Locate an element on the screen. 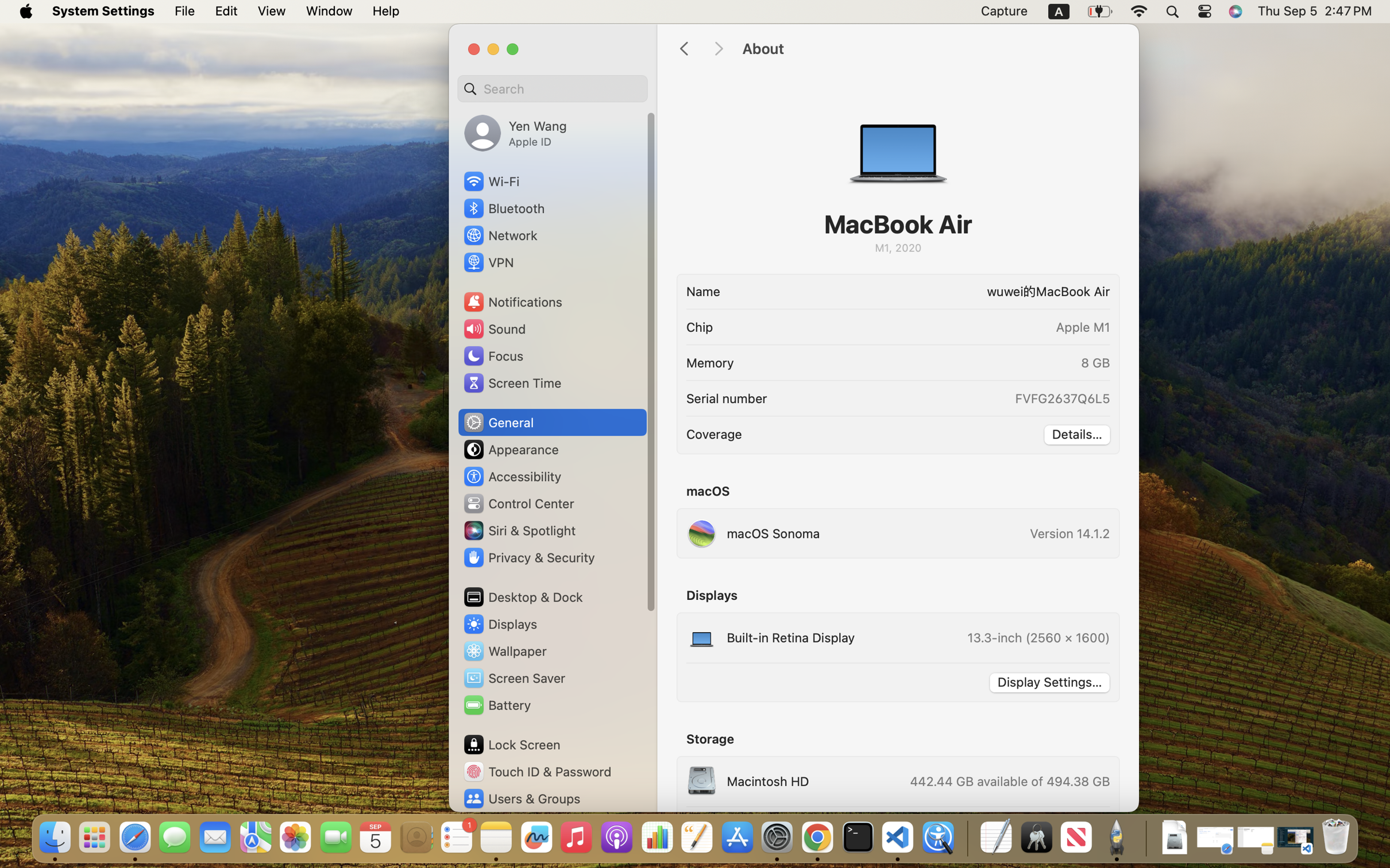 The height and width of the screenshot is (868, 1390). 'Users & Groups' is located at coordinates (521, 799).